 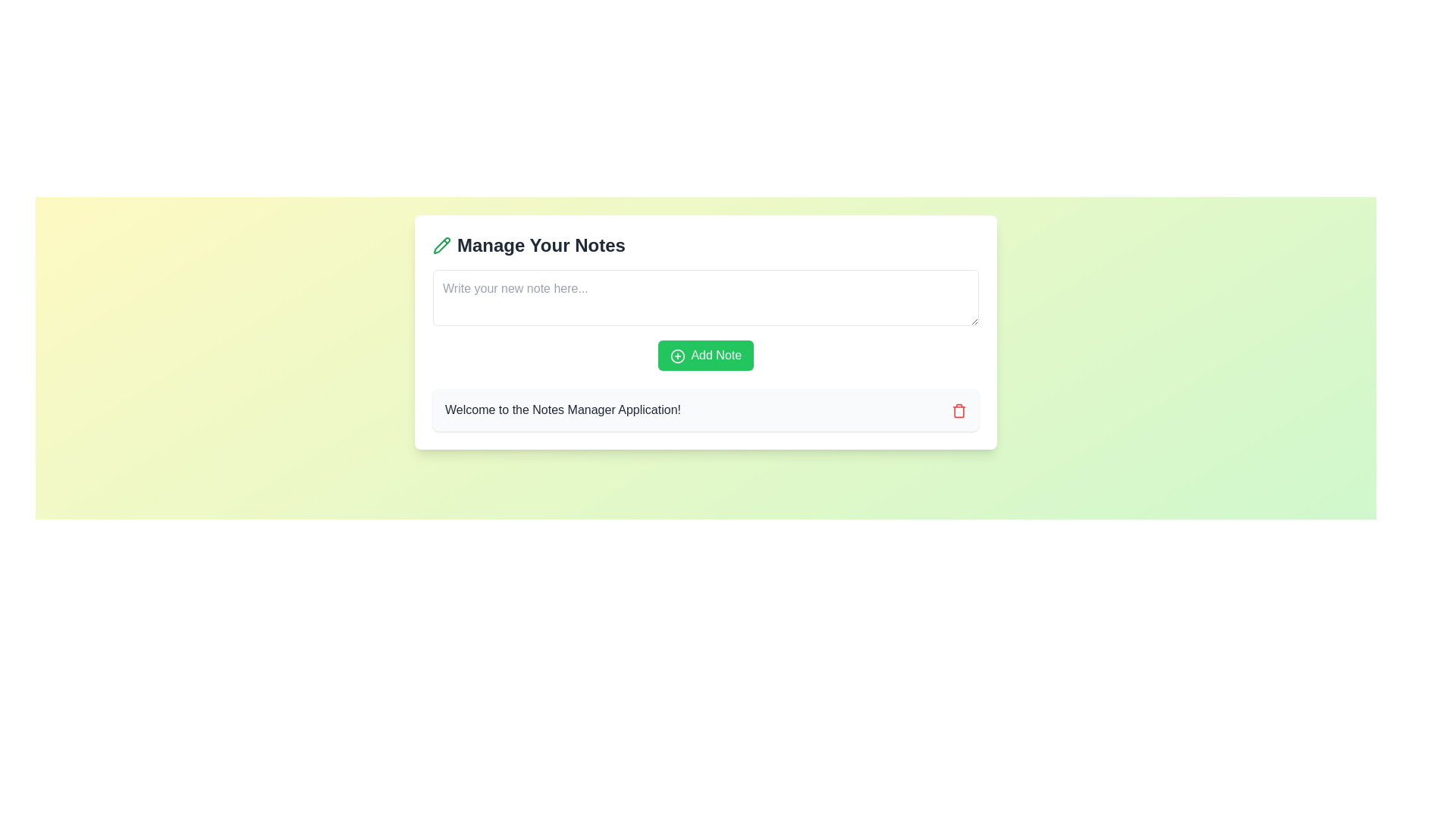 I want to click on introductory text label located at the lower part of the white card section, horizontally centered and to the left of the red trash can icon, so click(x=562, y=409).